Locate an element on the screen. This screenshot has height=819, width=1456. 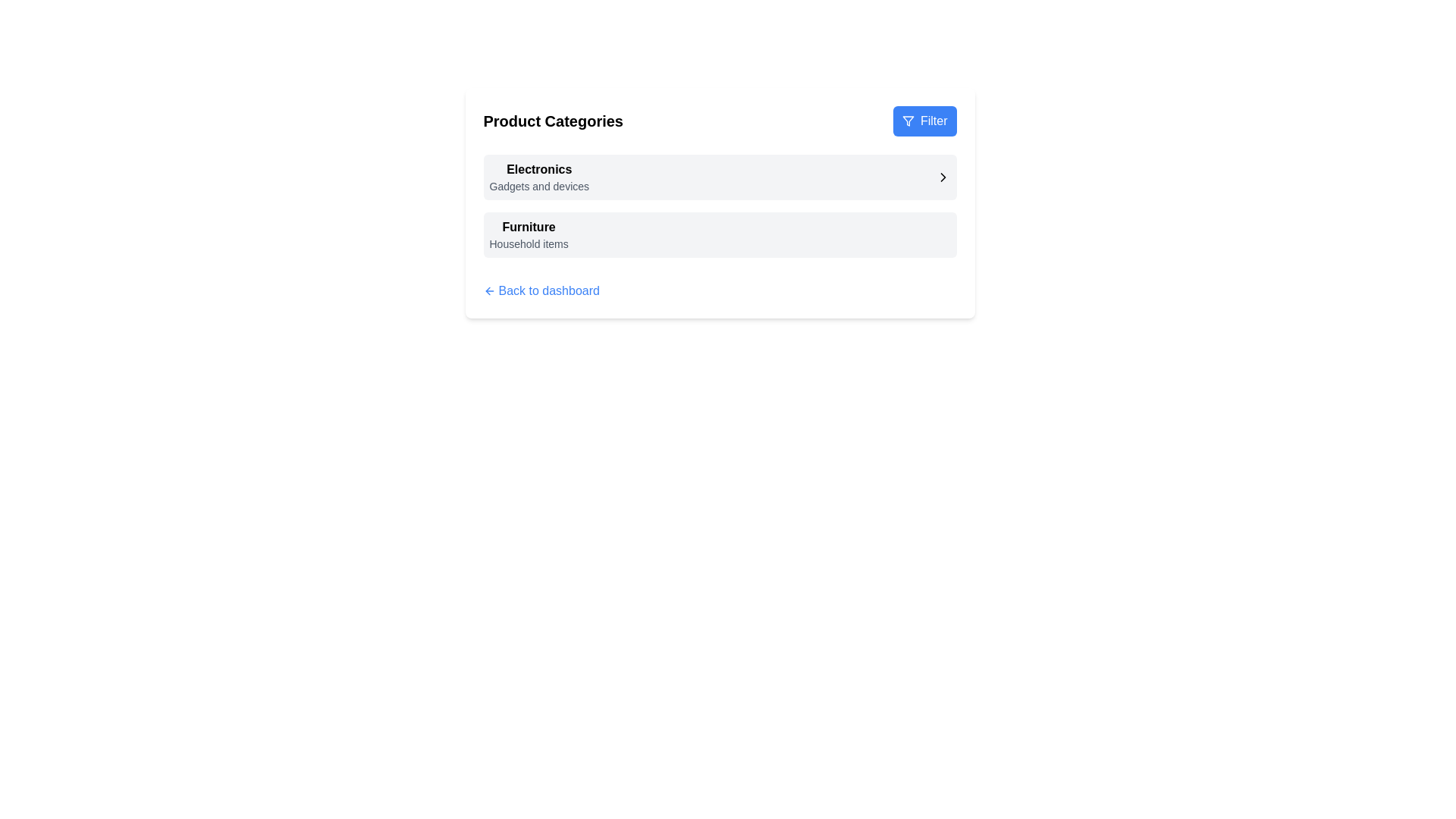
the bold text label displaying 'Furniture' is located at coordinates (529, 227).